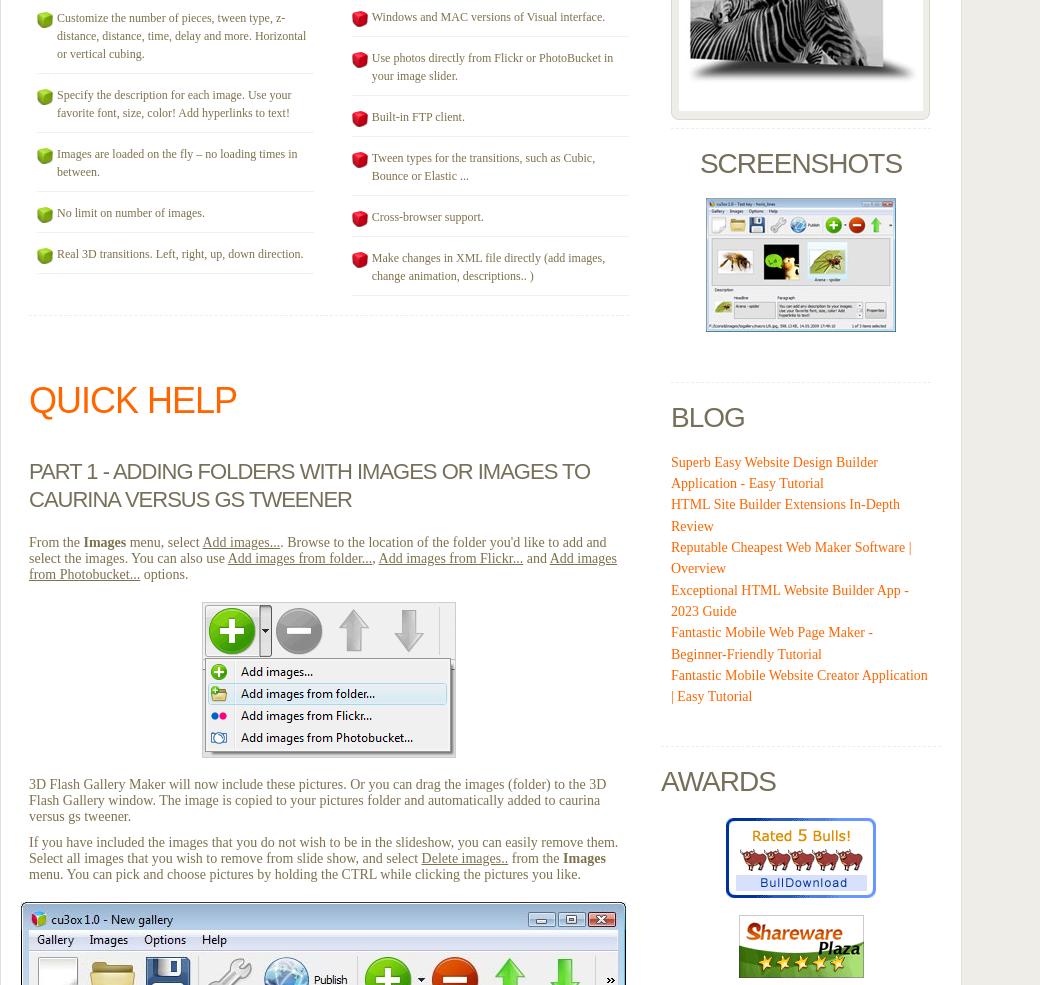  Describe the element at coordinates (534, 857) in the screenshot. I see `'from the'` at that location.